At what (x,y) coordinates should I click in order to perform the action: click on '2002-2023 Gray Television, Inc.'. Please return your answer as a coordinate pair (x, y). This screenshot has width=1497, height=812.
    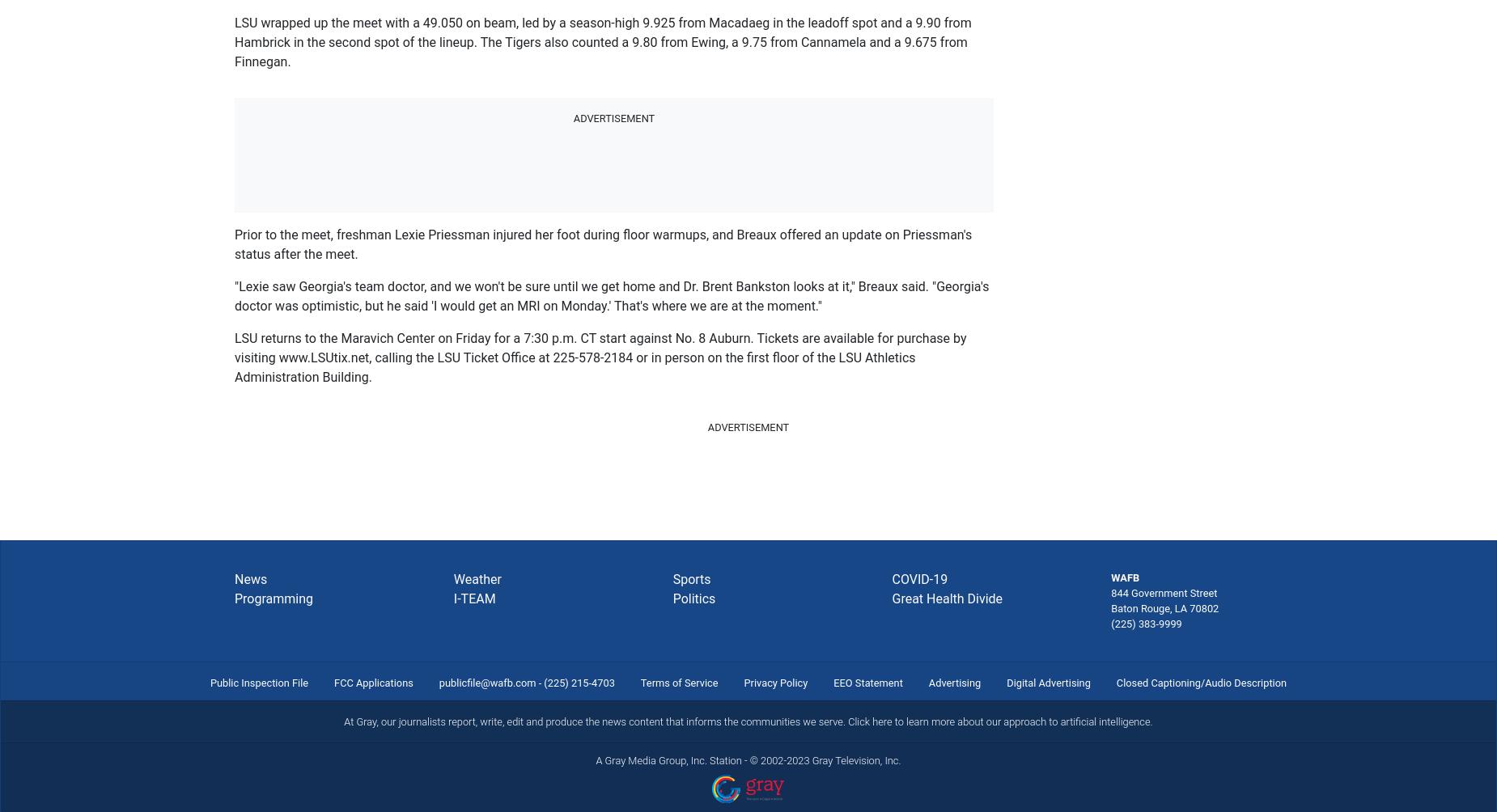
    Looking at the image, I should click on (829, 759).